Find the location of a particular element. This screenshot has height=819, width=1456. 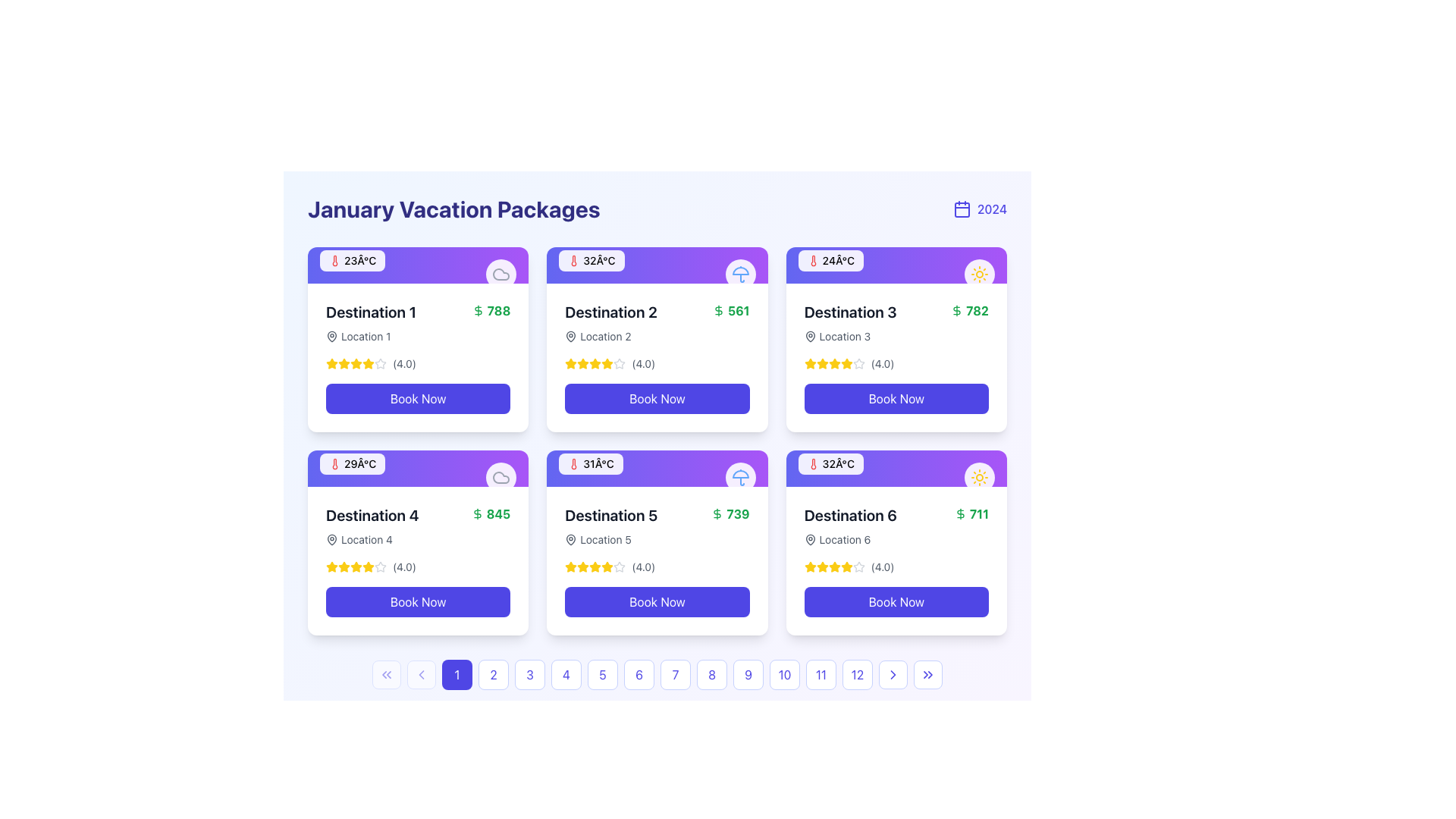

the circular IconButton with a white background and light blue umbrella icon located at the top-right corner of the 'Destination 5' card is located at coordinates (740, 476).